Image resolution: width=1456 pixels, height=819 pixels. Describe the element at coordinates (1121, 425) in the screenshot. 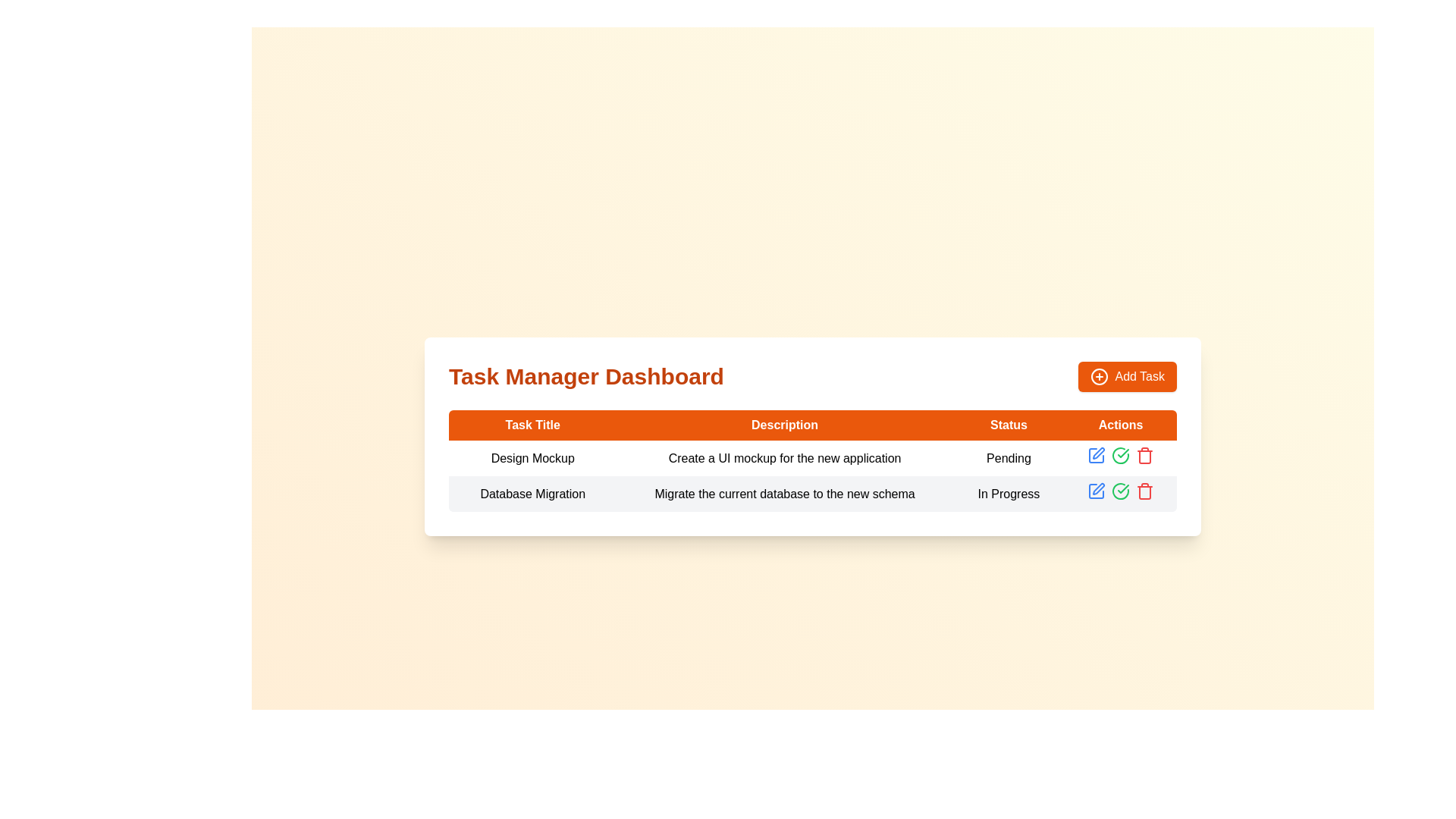

I see `the Table Header Cell with the orange background and the centered white text 'Actions'` at that location.